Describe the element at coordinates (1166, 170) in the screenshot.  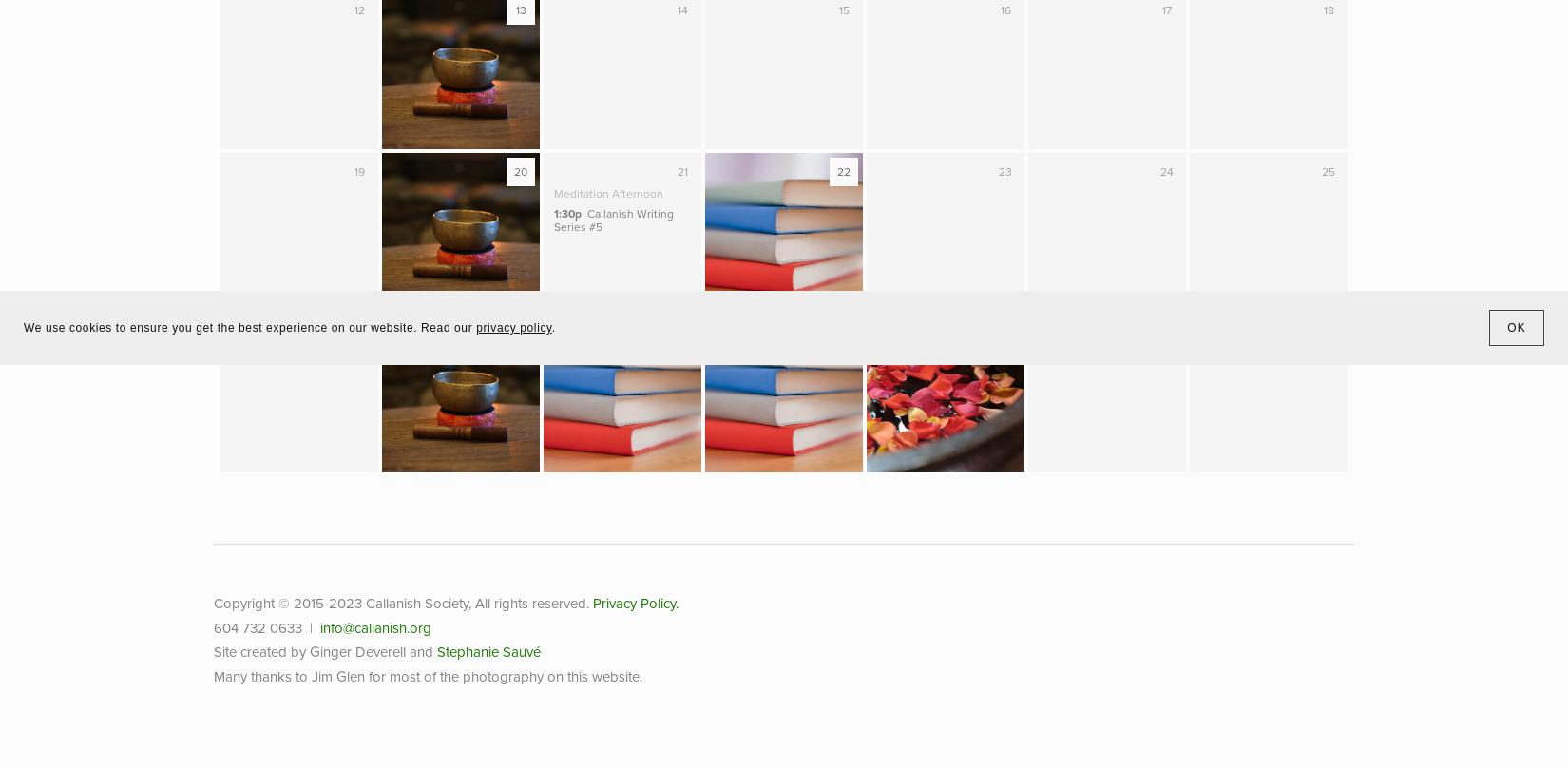
I see `'24'` at that location.